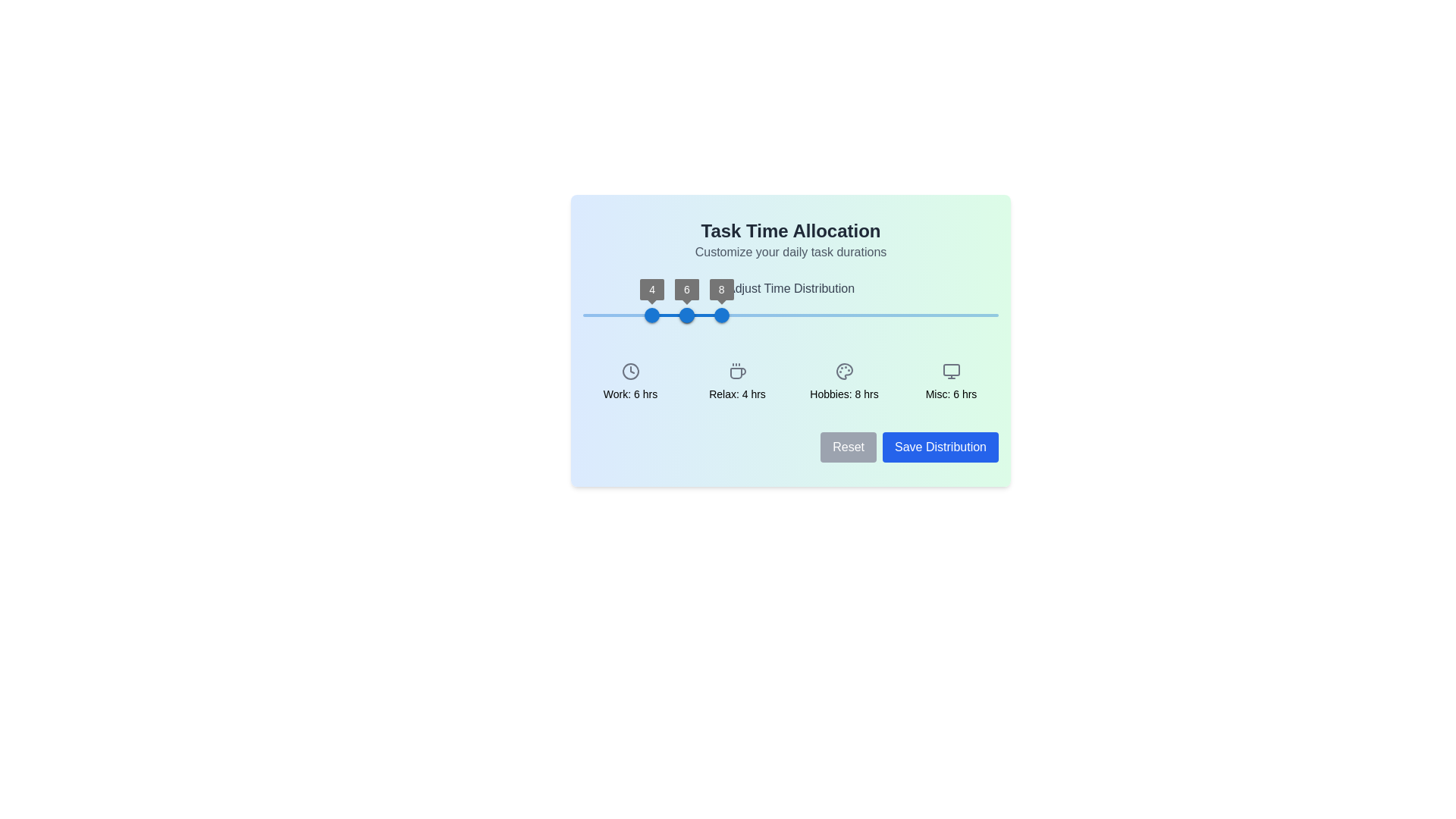 The height and width of the screenshot is (819, 1456). What do you see at coordinates (686, 289) in the screenshot?
I see `the value indicator for the slider, which displays the numerical value '6' and is located under the heading 'Task Time Allocation'` at bounding box center [686, 289].